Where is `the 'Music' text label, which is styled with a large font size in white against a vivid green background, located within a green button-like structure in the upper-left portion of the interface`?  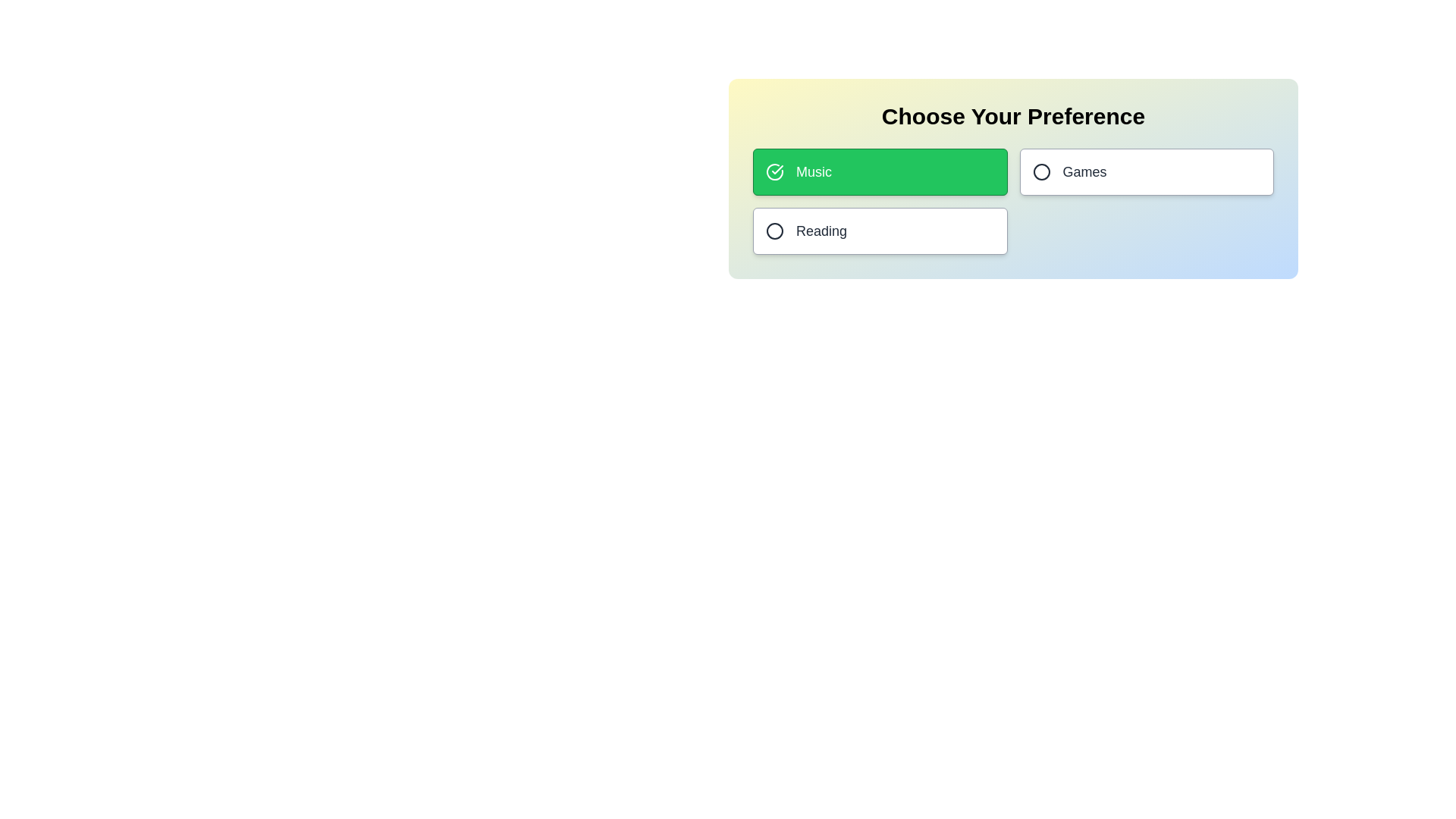
the 'Music' text label, which is styled with a large font size in white against a vivid green background, located within a green button-like structure in the upper-left portion of the interface is located at coordinates (813, 171).